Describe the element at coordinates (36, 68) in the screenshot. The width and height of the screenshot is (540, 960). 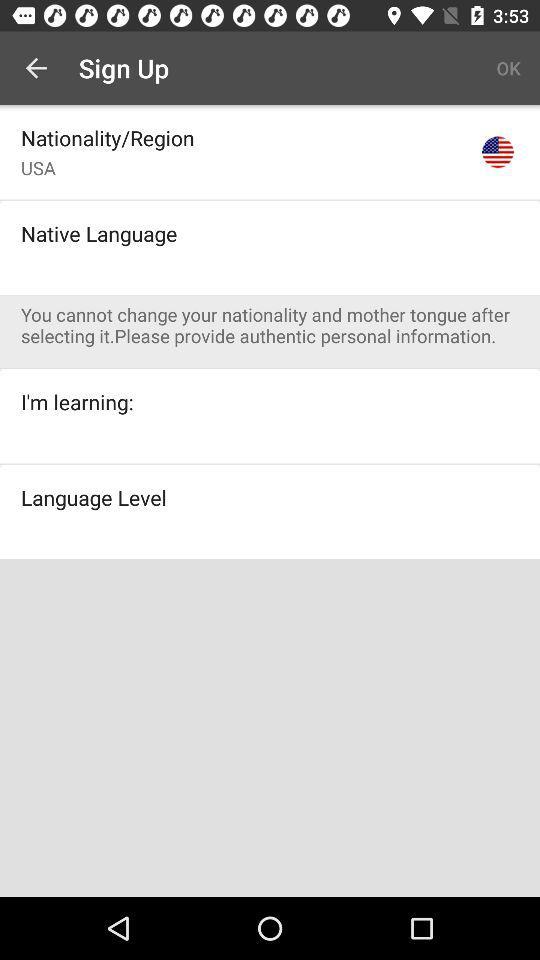
I see `the icon above the nationality/region` at that location.